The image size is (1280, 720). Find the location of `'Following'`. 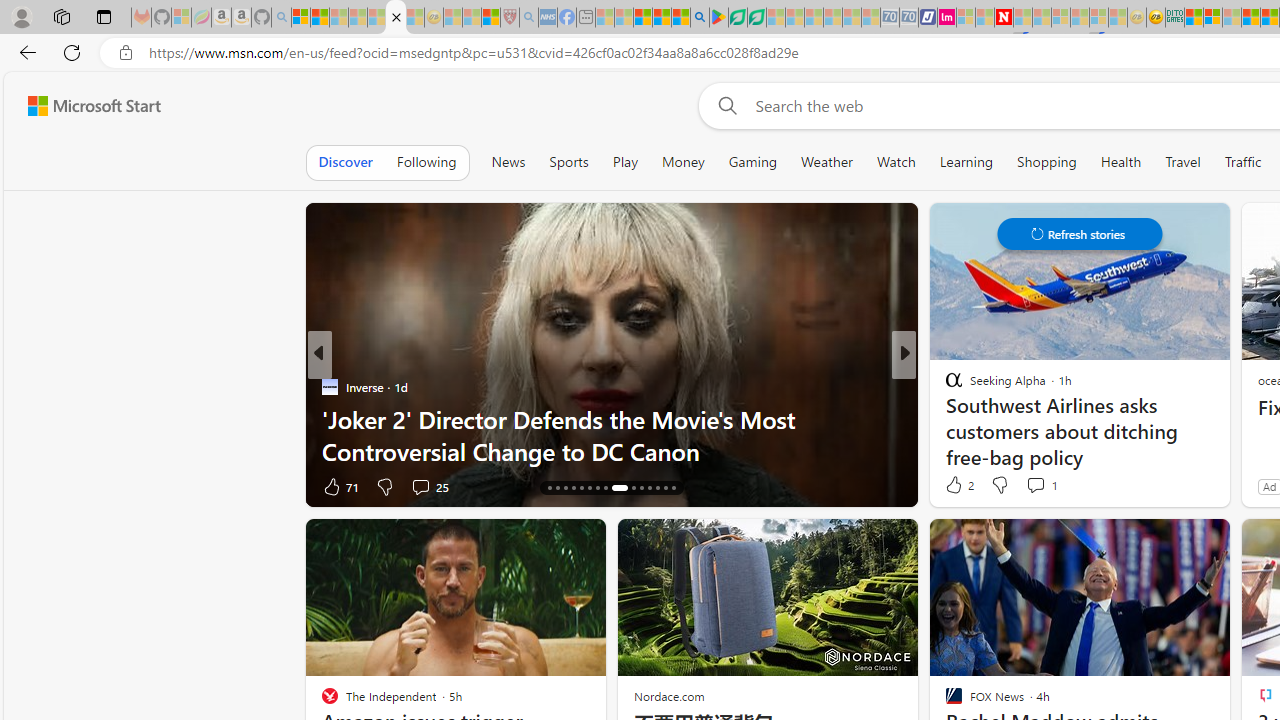

'Following' is located at coordinates (425, 161).